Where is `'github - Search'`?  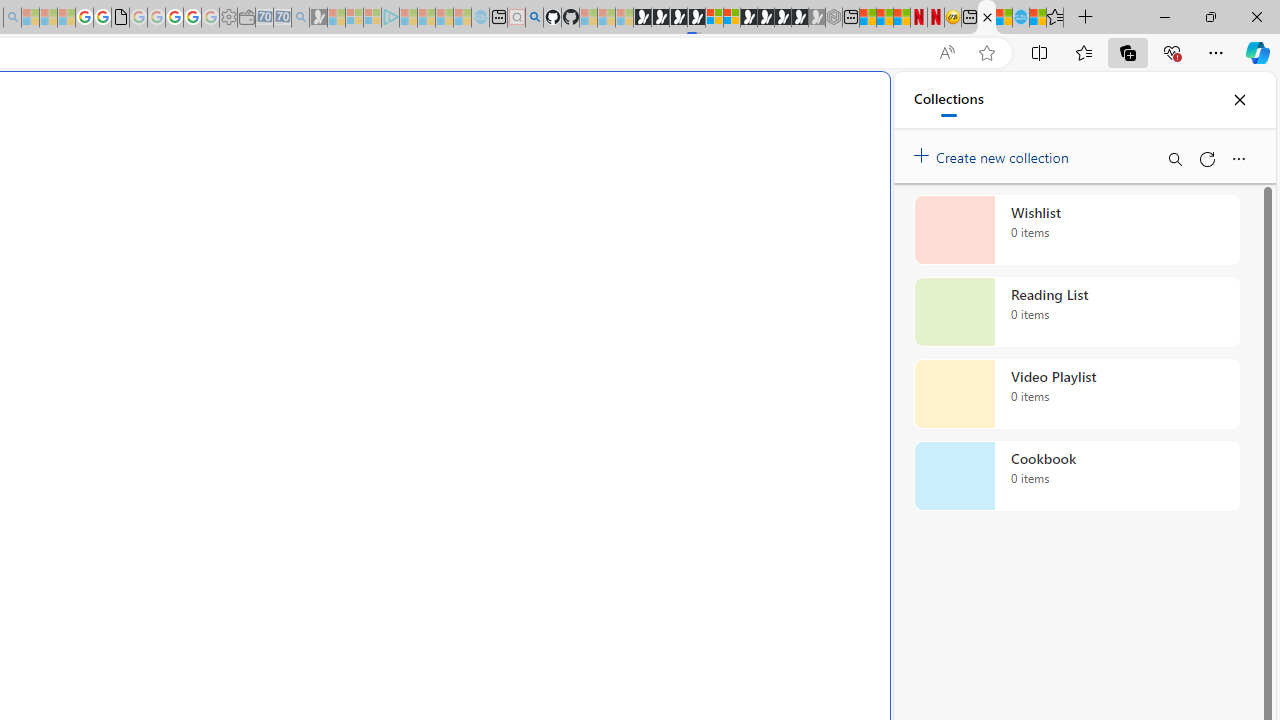 'github - Search' is located at coordinates (534, 17).